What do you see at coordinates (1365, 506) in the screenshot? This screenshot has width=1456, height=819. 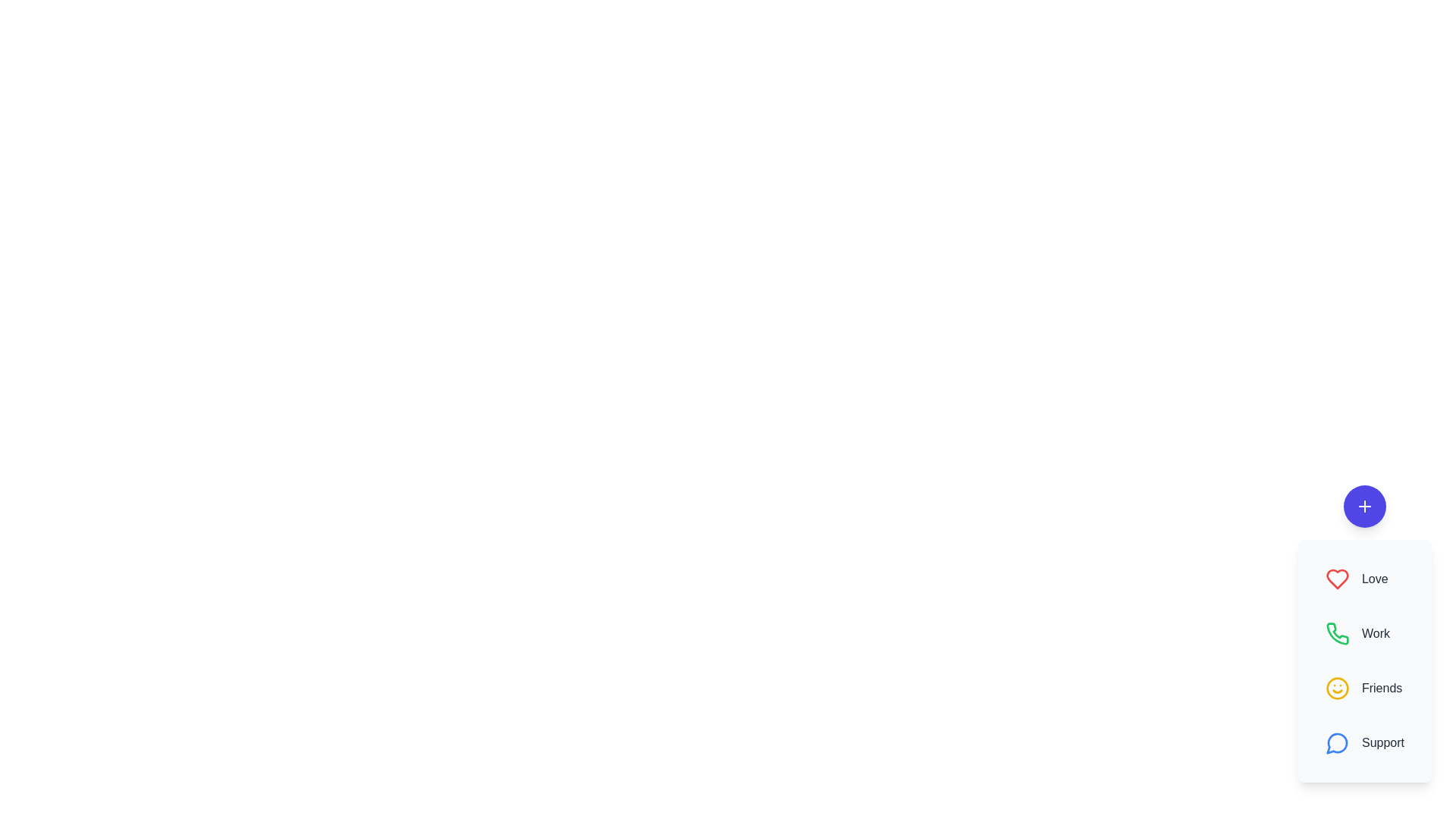 I see `the floating action button to toggle the menu` at bounding box center [1365, 506].